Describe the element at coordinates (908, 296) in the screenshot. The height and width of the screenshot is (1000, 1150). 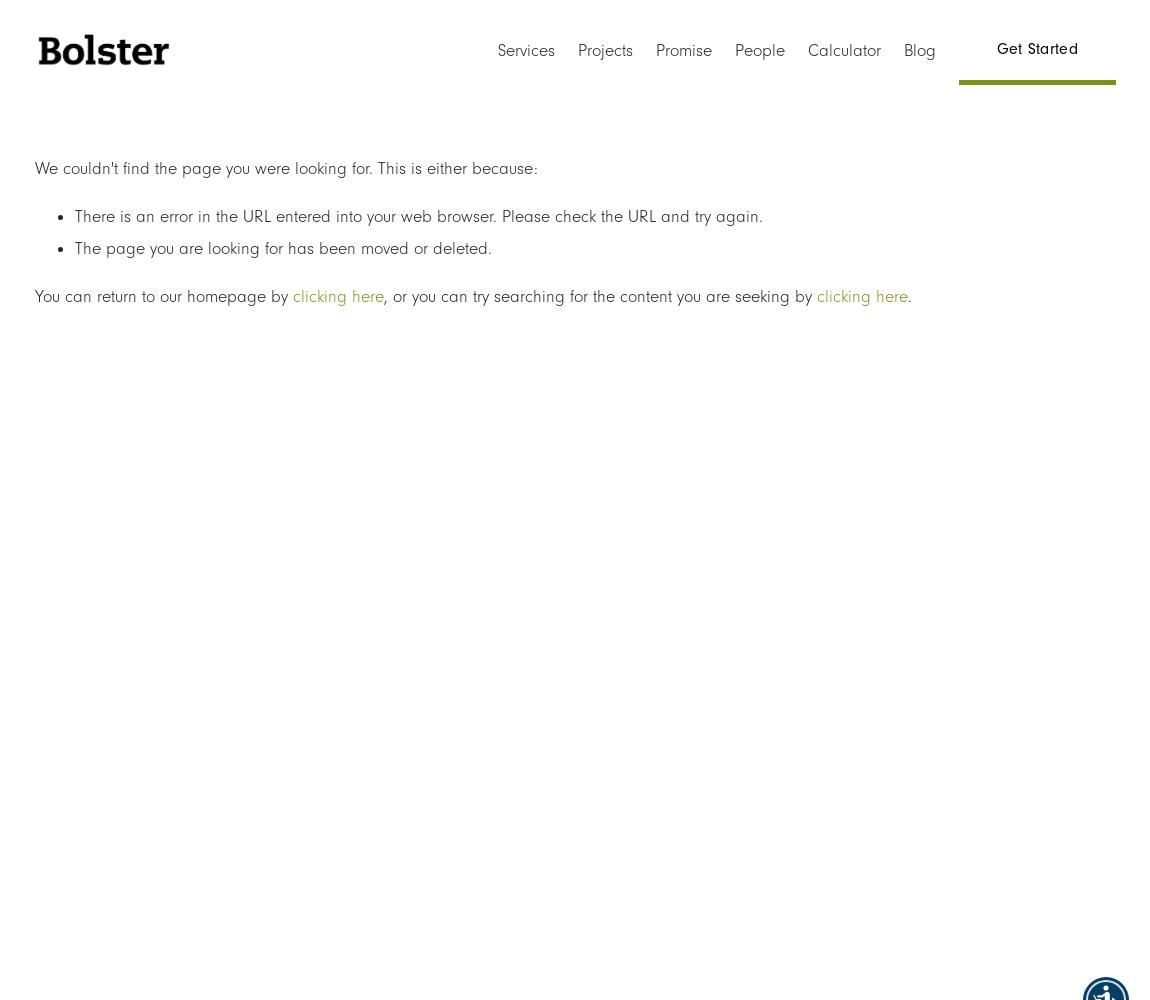
I see `'.'` at that location.